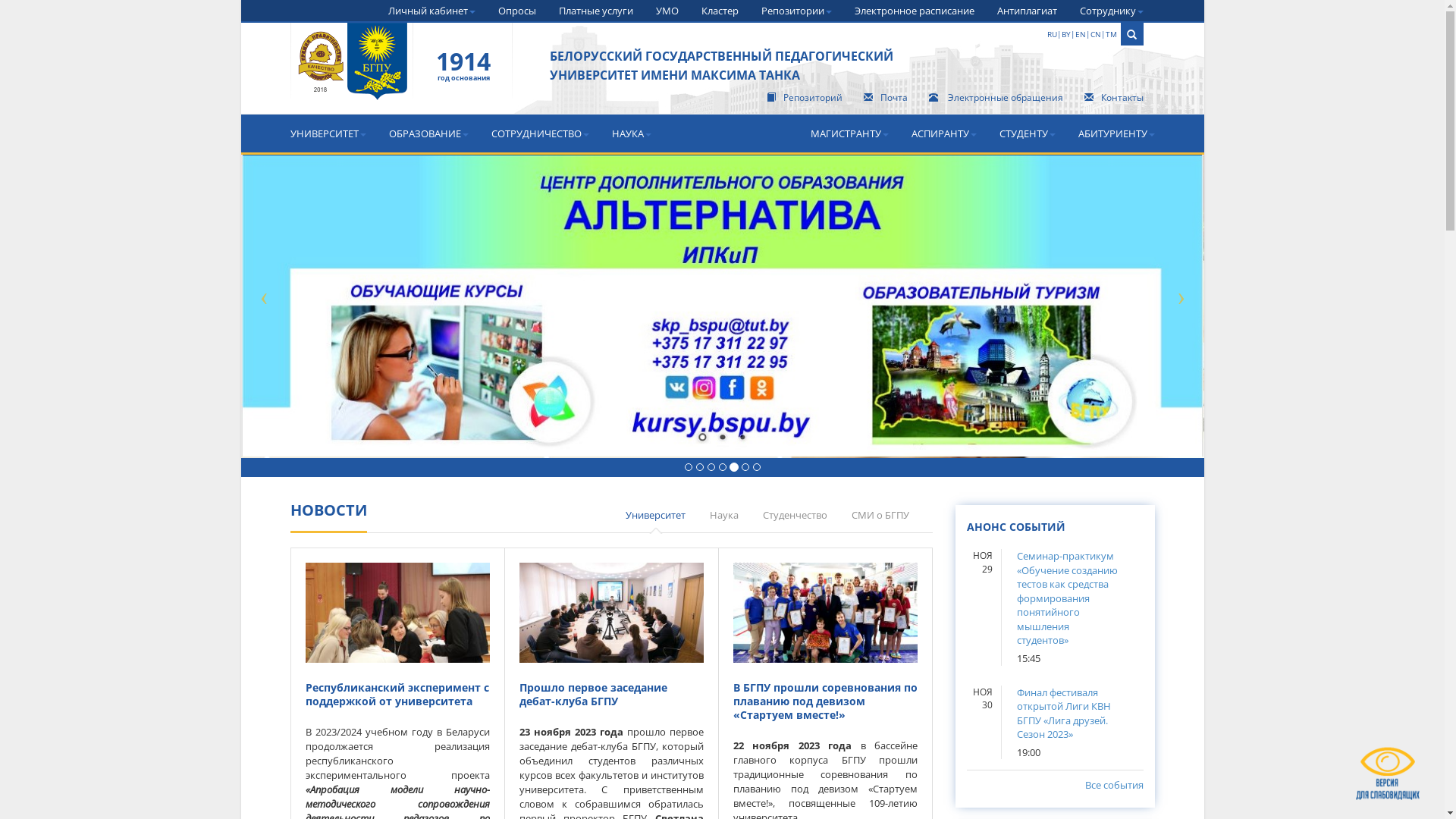  Describe the element at coordinates (351, 72) in the screenshot. I see `' '` at that location.